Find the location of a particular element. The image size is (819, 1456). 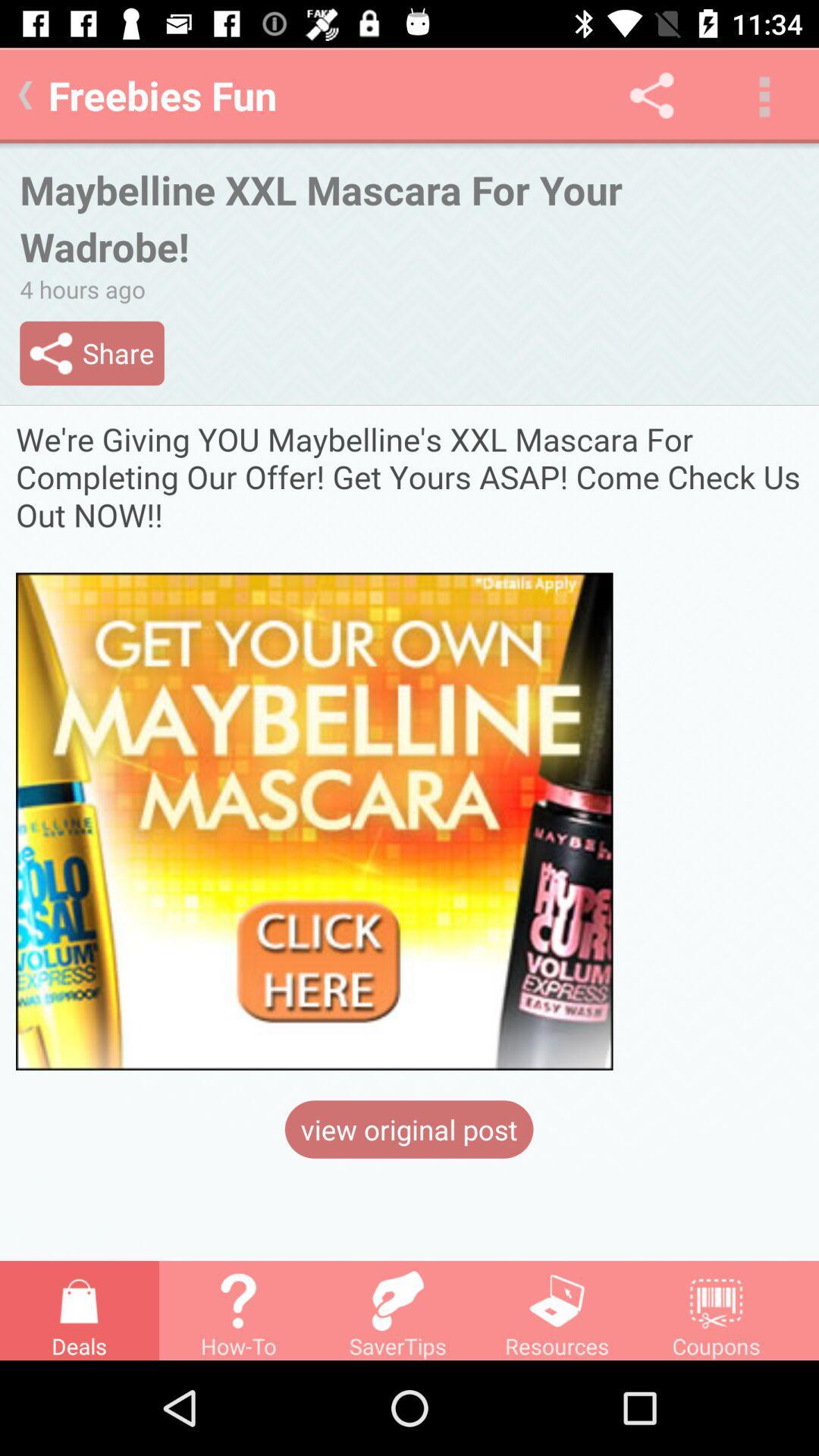

the share icon is located at coordinates (651, 94).